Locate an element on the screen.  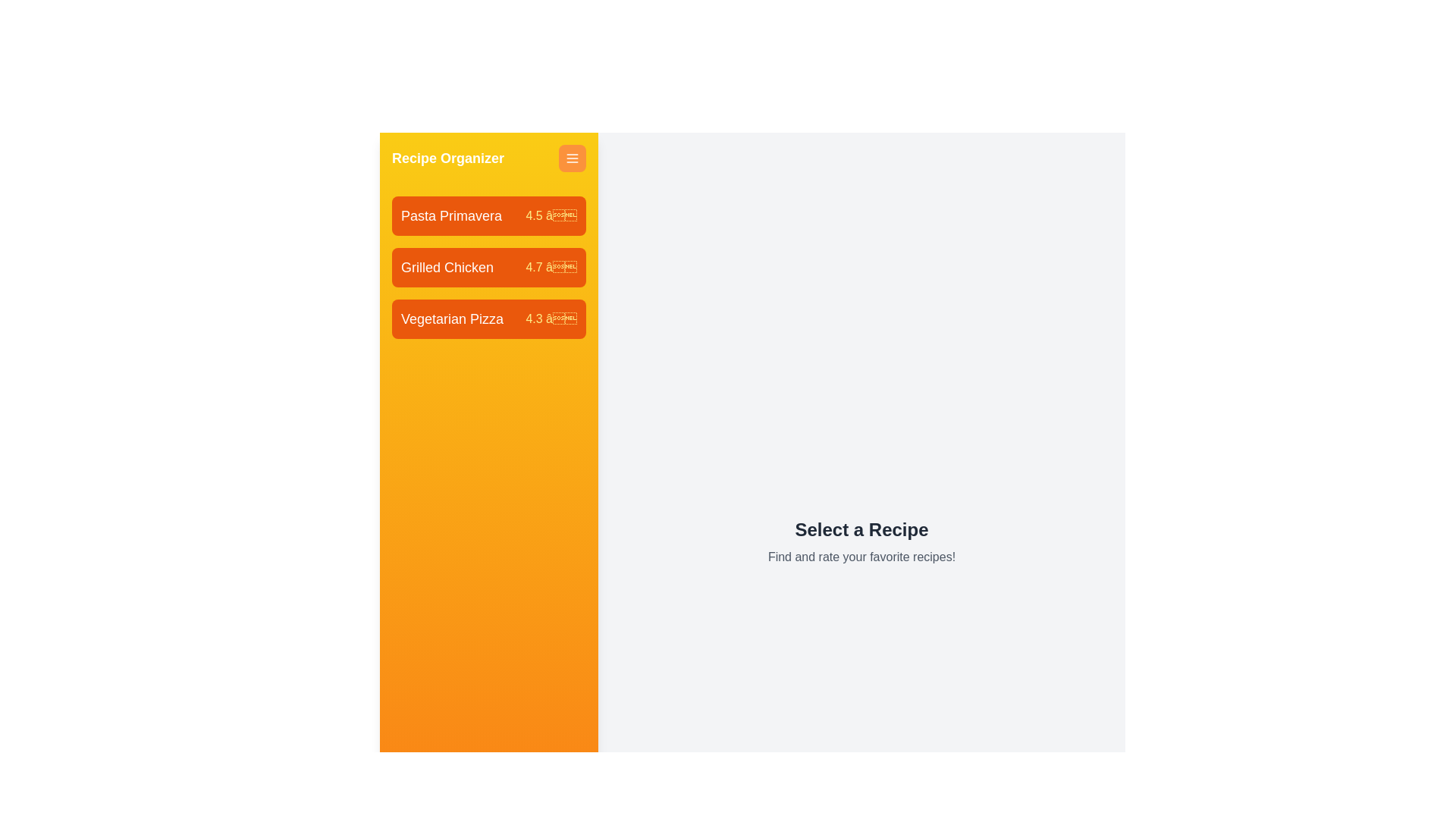
the recipe item labeled Pasta Primavera is located at coordinates (488, 216).